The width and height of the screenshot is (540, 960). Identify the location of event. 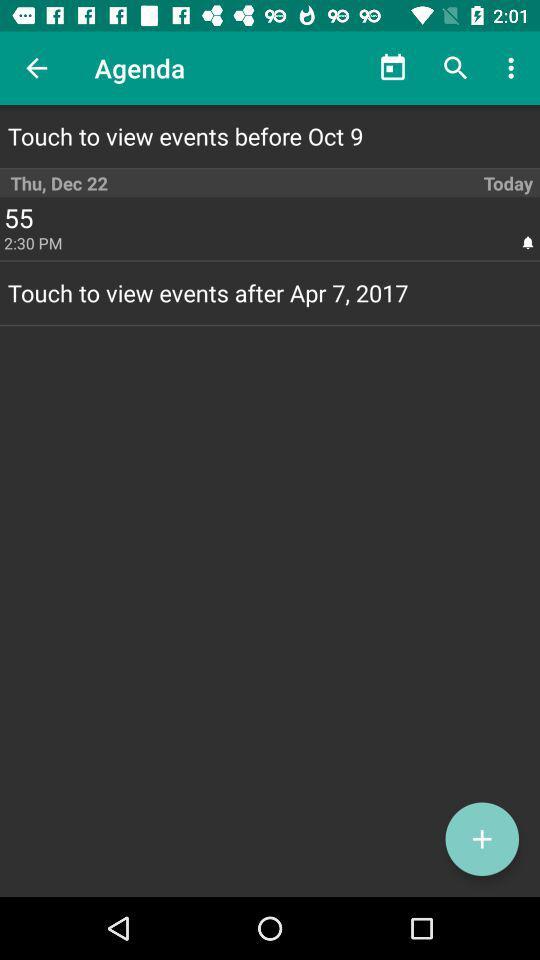
(481, 839).